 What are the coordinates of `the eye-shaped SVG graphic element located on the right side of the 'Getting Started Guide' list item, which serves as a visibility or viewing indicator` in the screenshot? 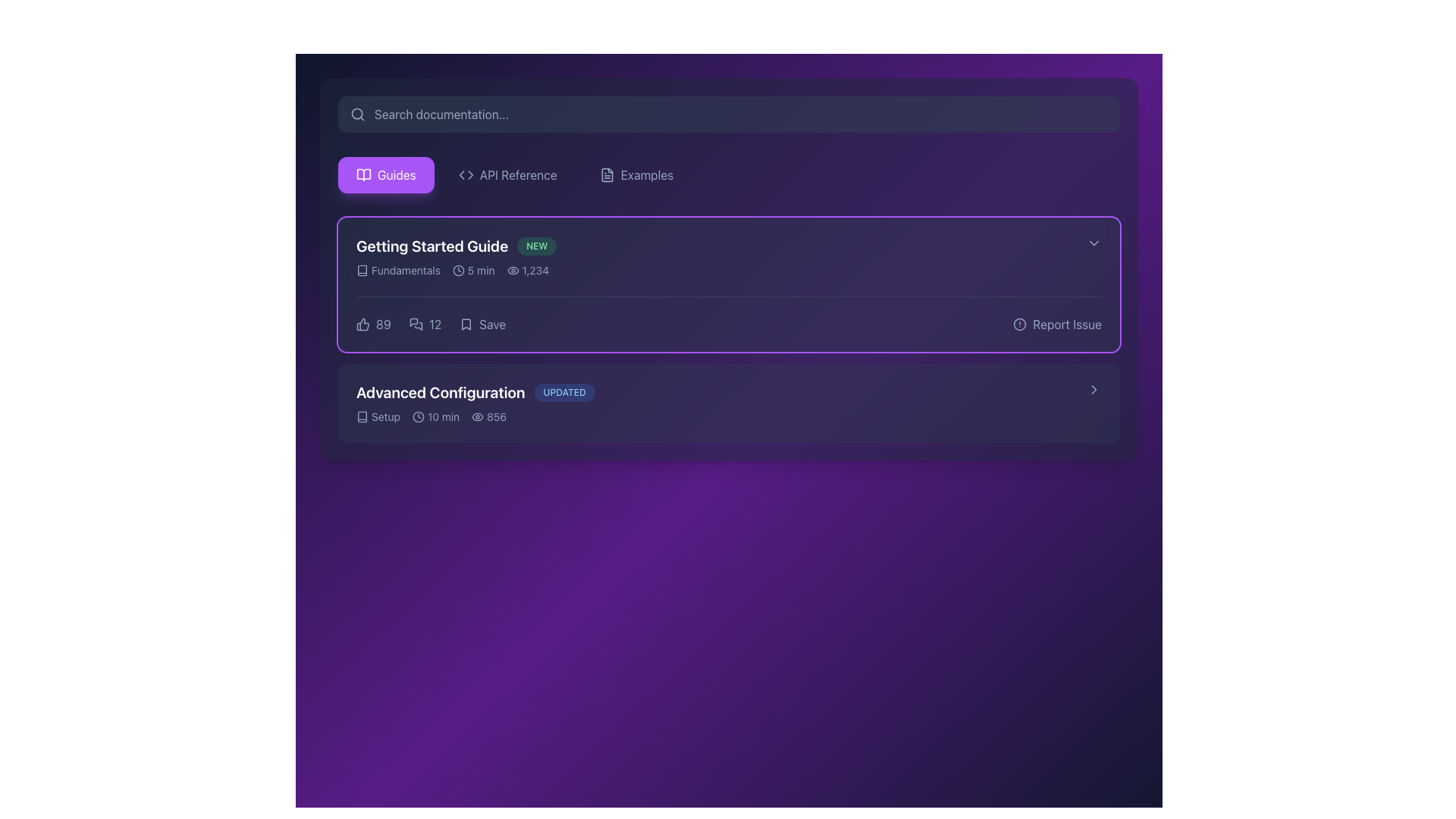 It's located at (513, 270).